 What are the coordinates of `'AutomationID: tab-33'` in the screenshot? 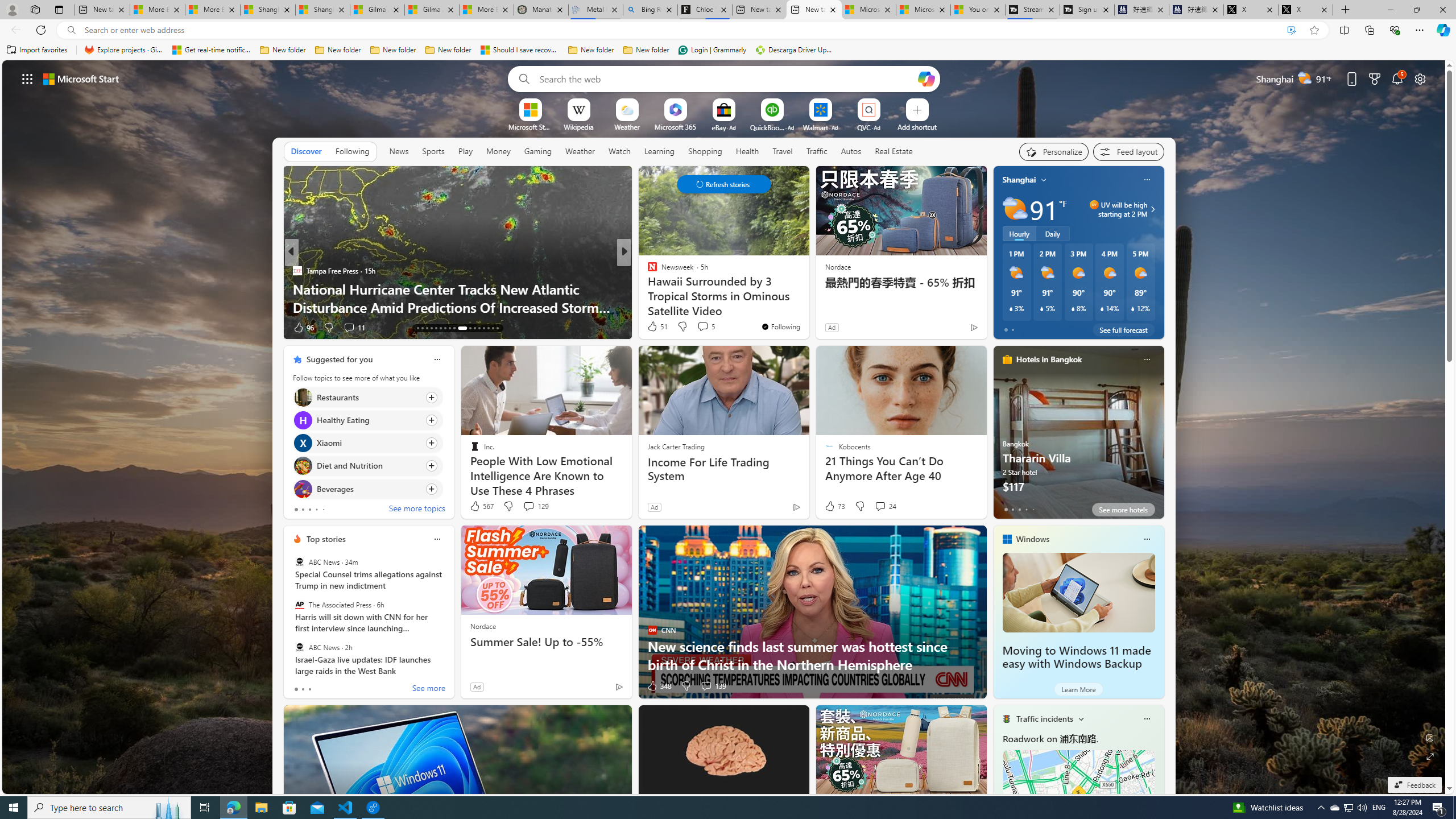 It's located at (497, 328).